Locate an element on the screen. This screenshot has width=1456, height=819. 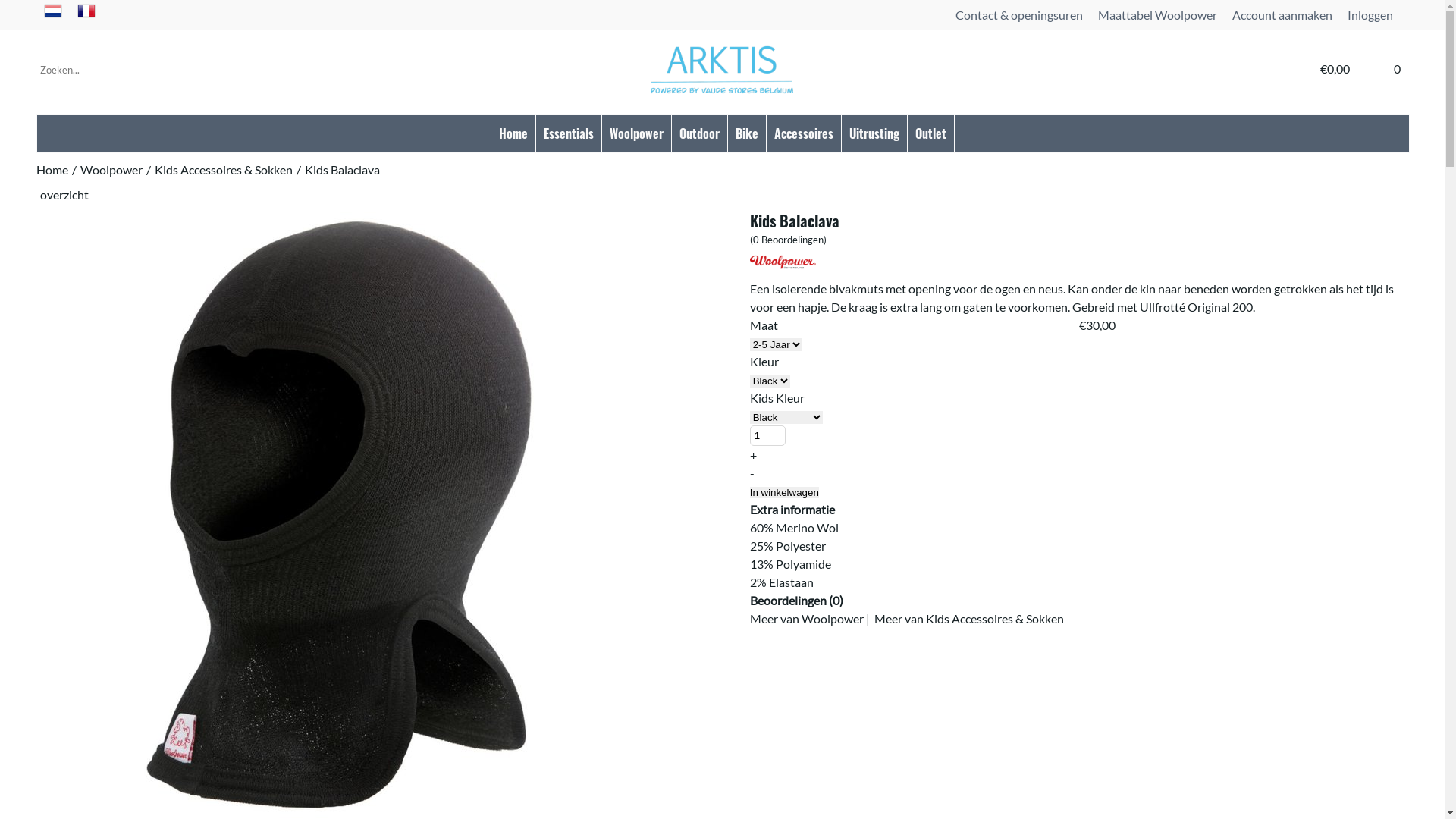
'Outlet' is located at coordinates (930, 133).